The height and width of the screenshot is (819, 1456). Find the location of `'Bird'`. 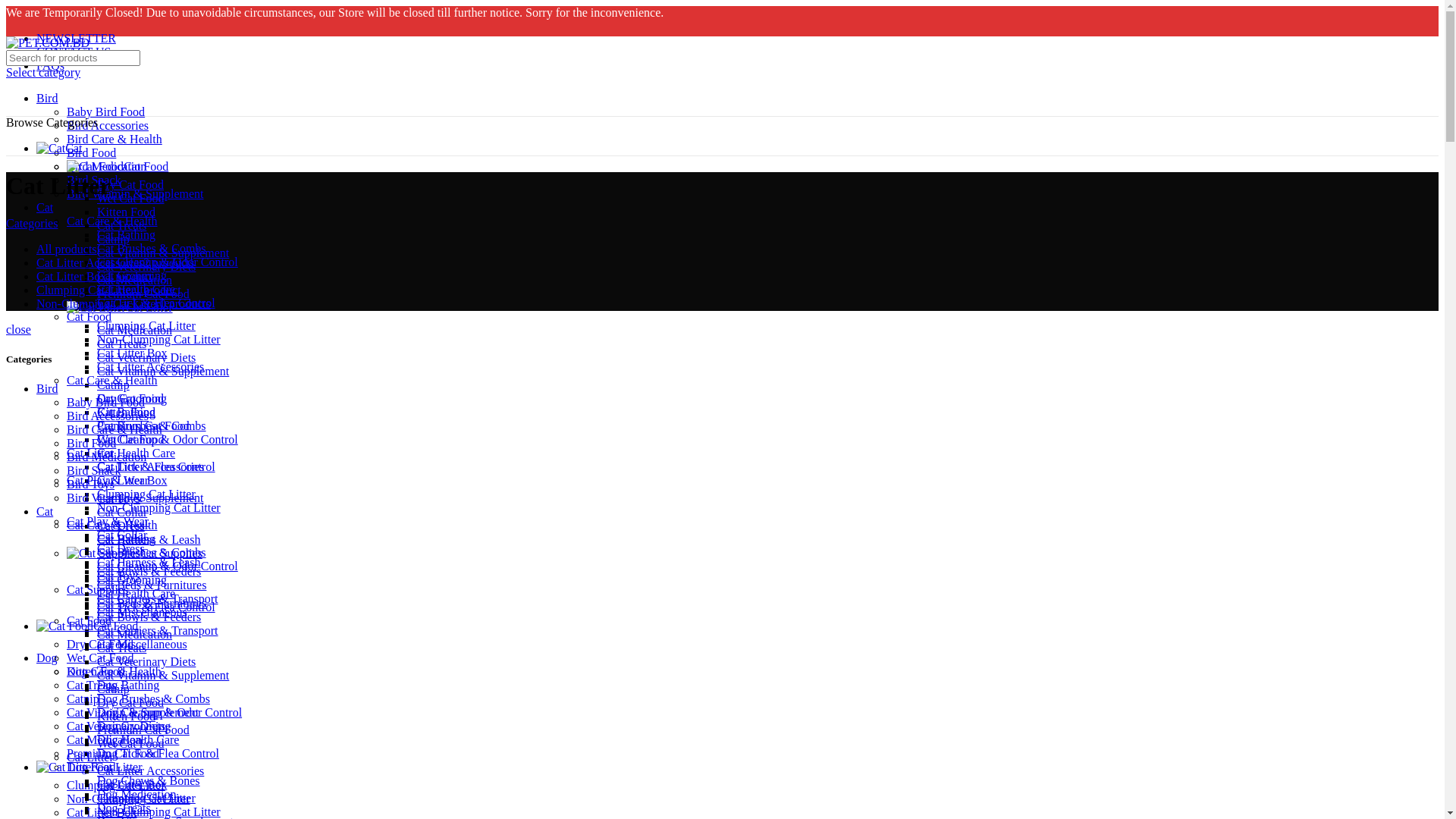

'Bird' is located at coordinates (47, 98).